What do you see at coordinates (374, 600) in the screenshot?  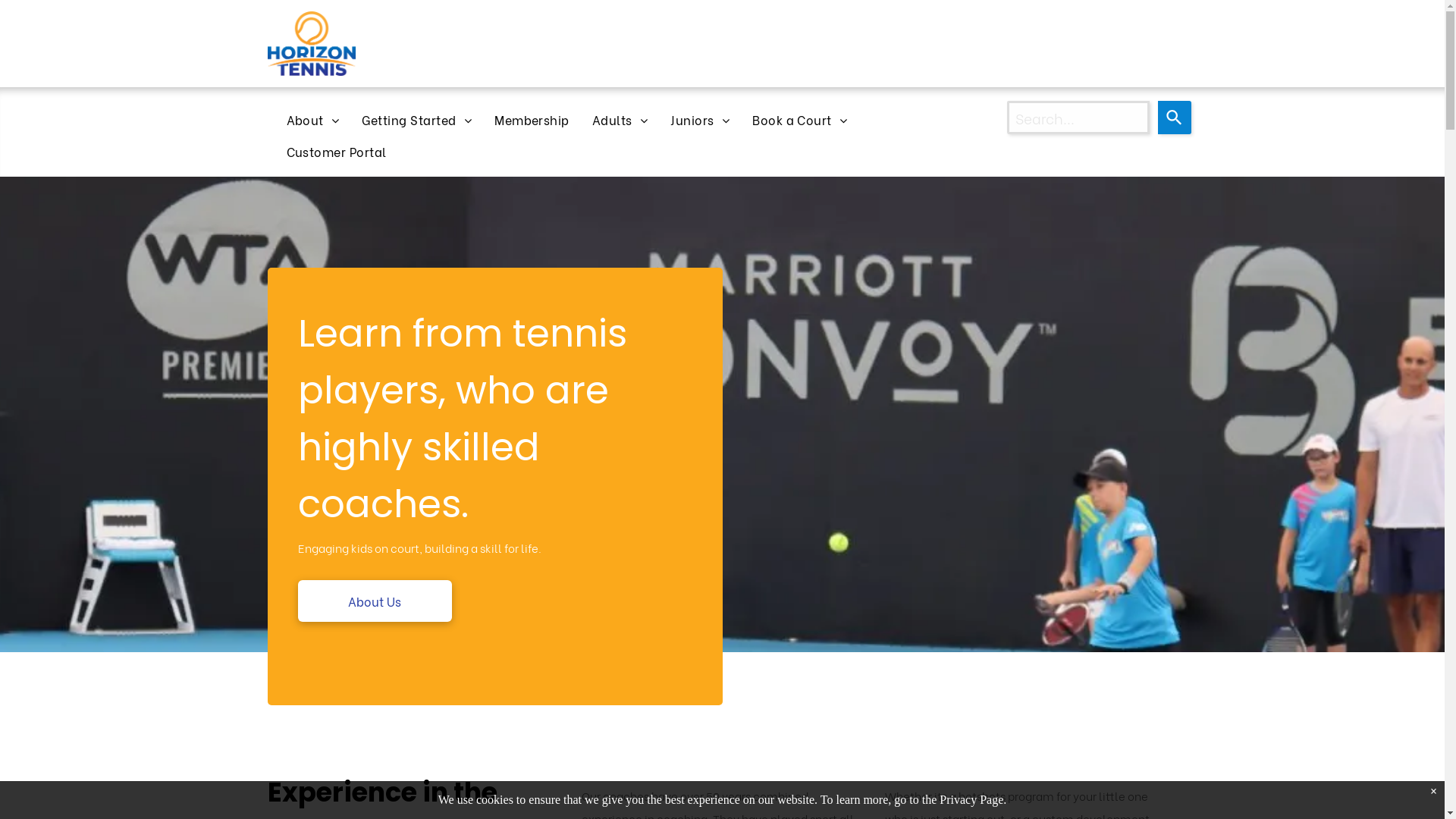 I see `'About Us'` at bounding box center [374, 600].